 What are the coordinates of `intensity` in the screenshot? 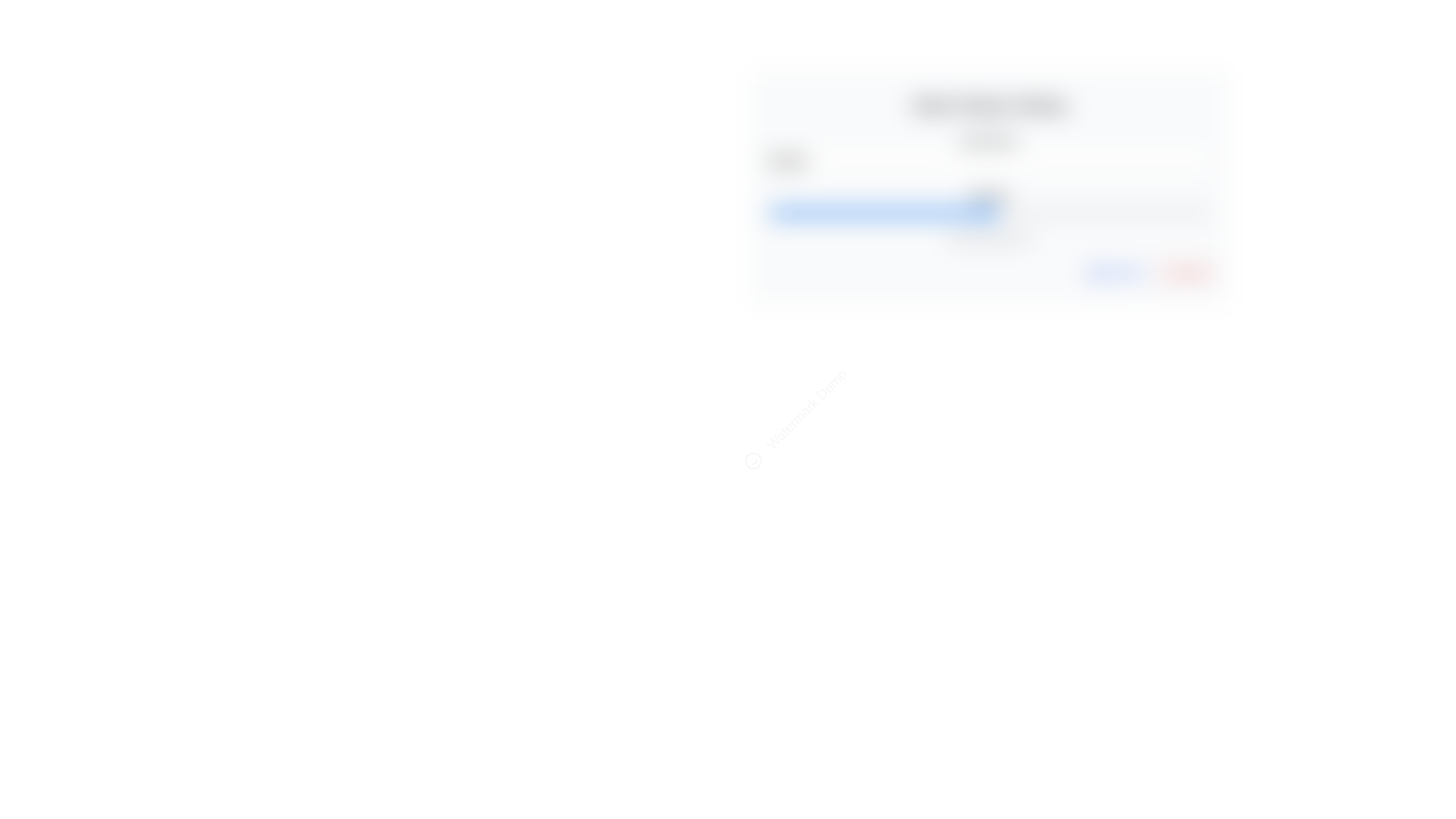 It's located at (847, 213).